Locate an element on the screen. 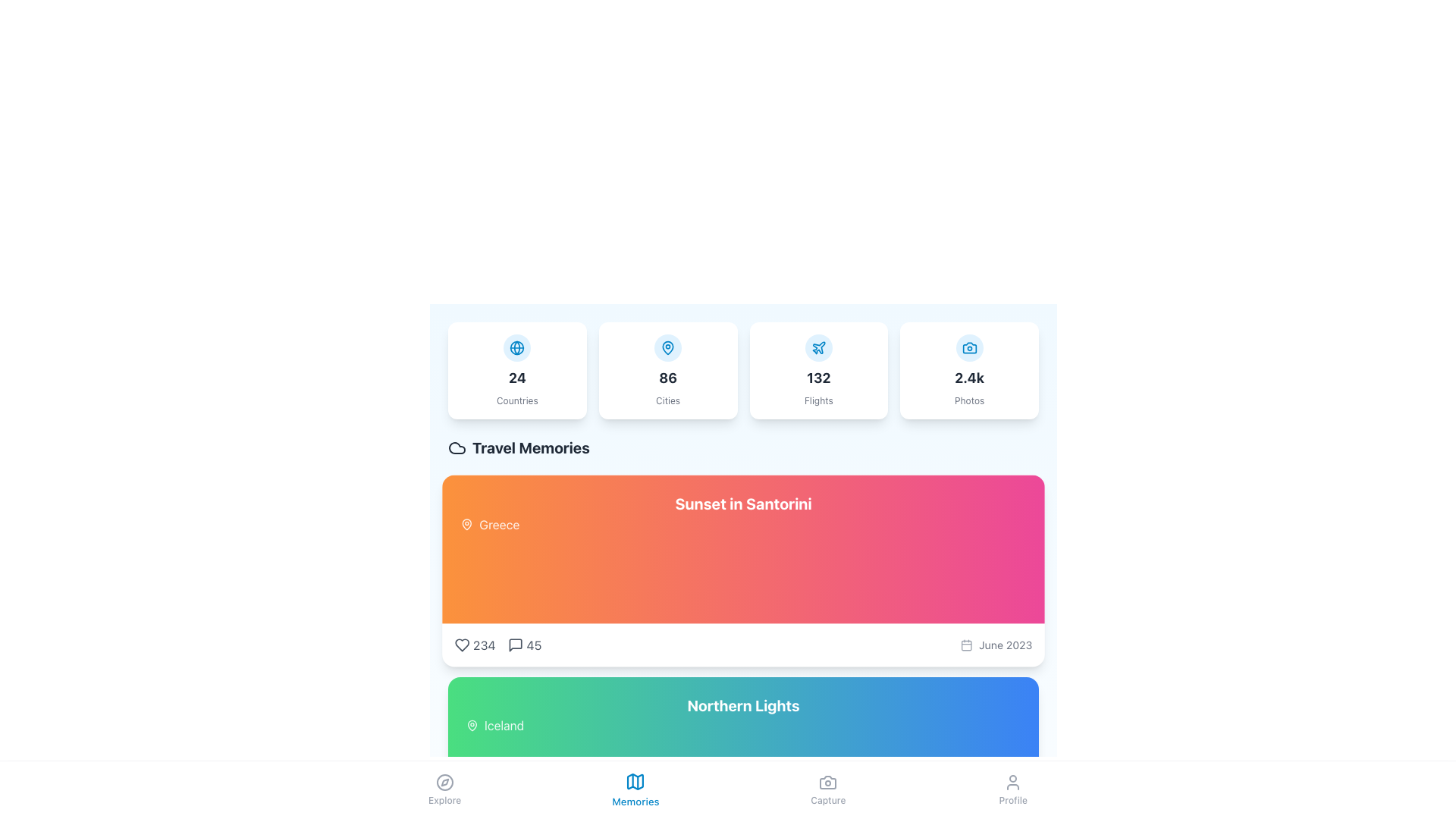 This screenshot has height=819, width=1456. the pin-shaped location icon located to the left of the text 'Greece', which signifies a geographical location is located at coordinates (466, 523).